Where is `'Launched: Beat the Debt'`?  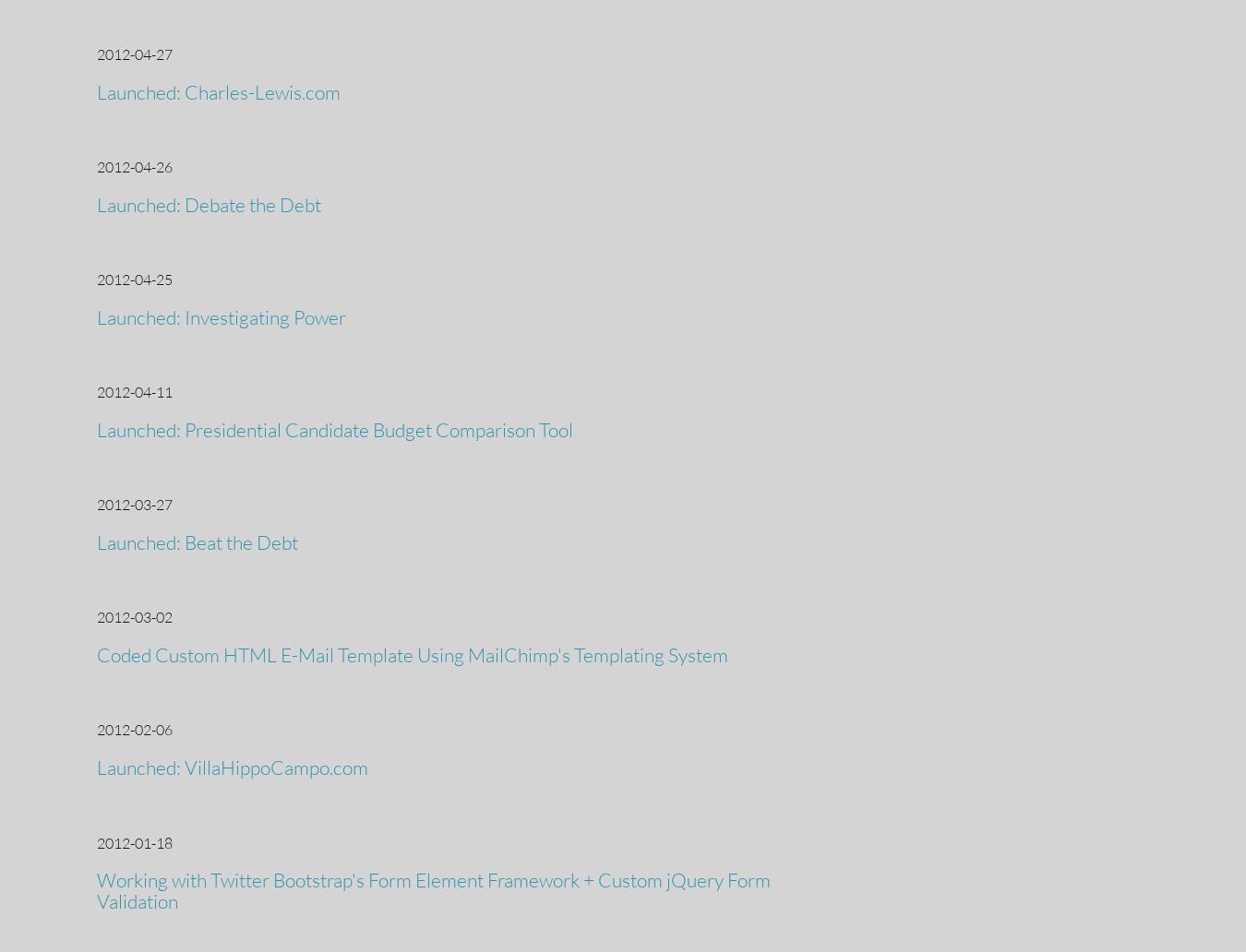
'Launched: Beat the Debt' is located at coordinates (197, 541).